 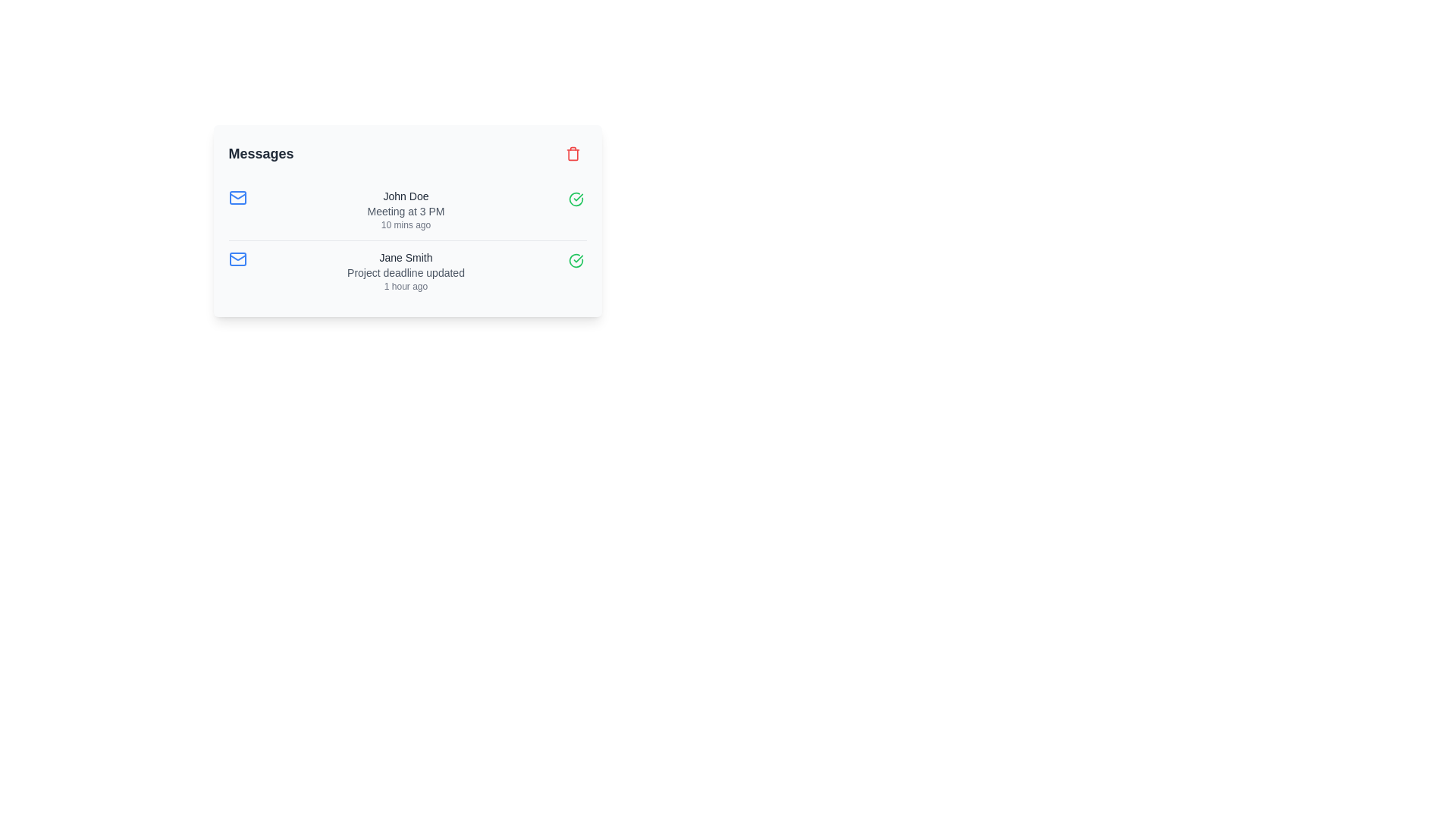 I want to click on the text label 'Meeting at 3 PM', which is styled in a small, light gray font and positioned between 'John Doe' and '10 mins ago', so click(x=406, y=211).